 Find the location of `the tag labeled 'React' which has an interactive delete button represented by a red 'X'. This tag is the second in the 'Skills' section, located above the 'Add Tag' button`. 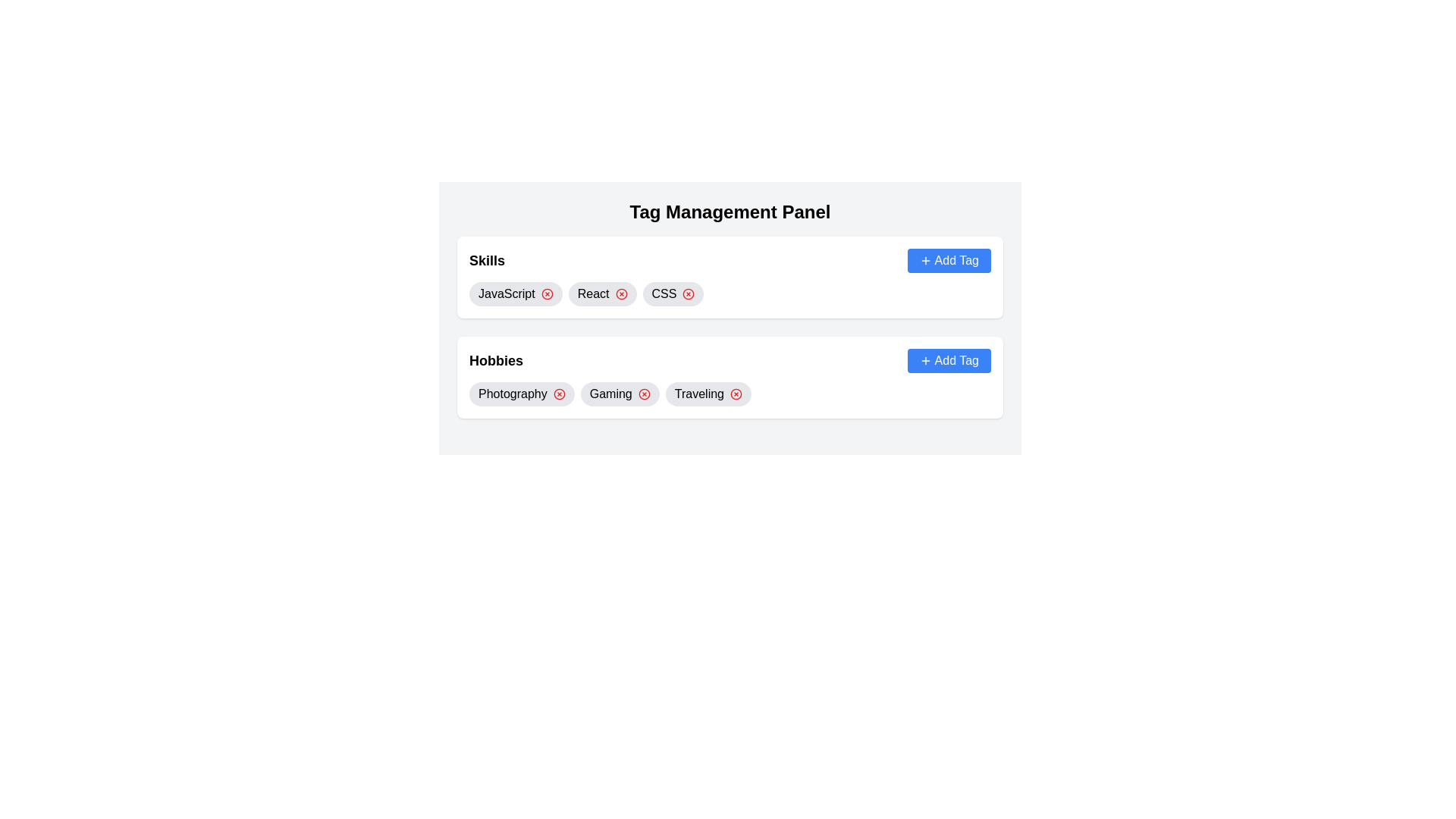

the tag labeled 'React' which has an interactive delete button represented by a red 'X'. This tag is the second in the 'Skills' section, located above the 'Add Tag' button is located at coordinates (601, 294).